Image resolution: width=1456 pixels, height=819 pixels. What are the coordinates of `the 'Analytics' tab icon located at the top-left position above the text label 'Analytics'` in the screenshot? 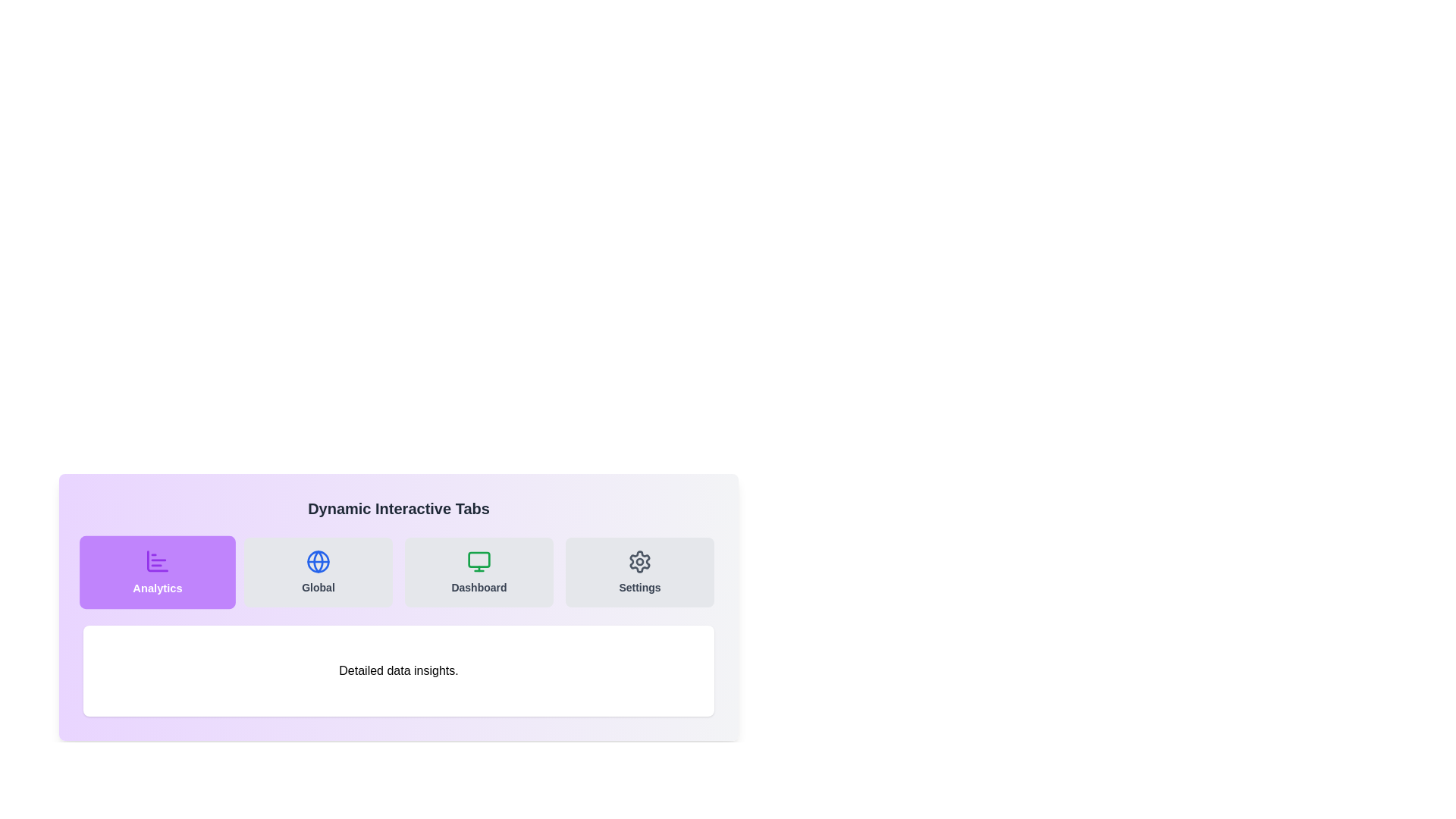 It's located at (157, 561).